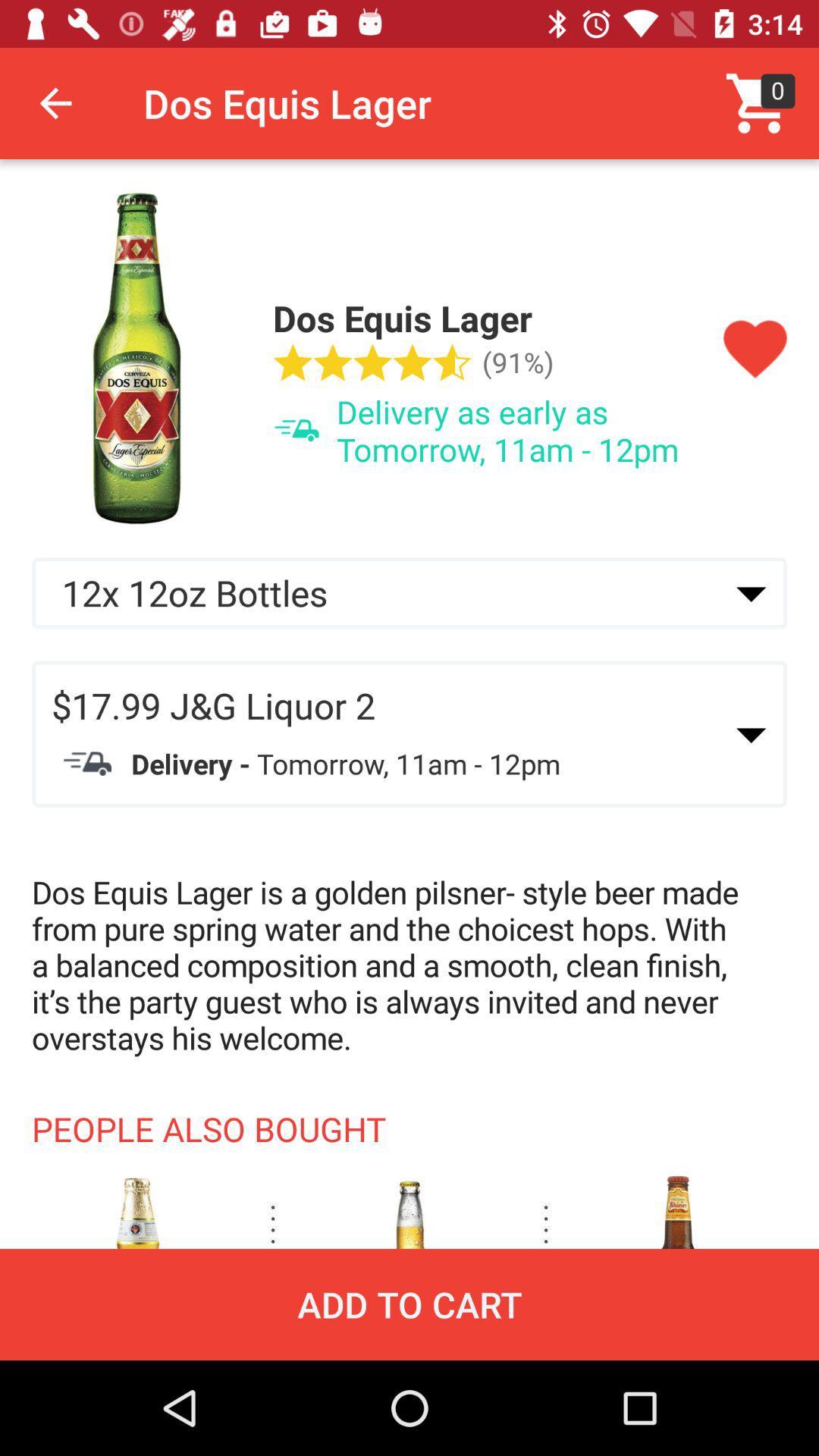  I want to click on the favorite icon, so click(755, 349).